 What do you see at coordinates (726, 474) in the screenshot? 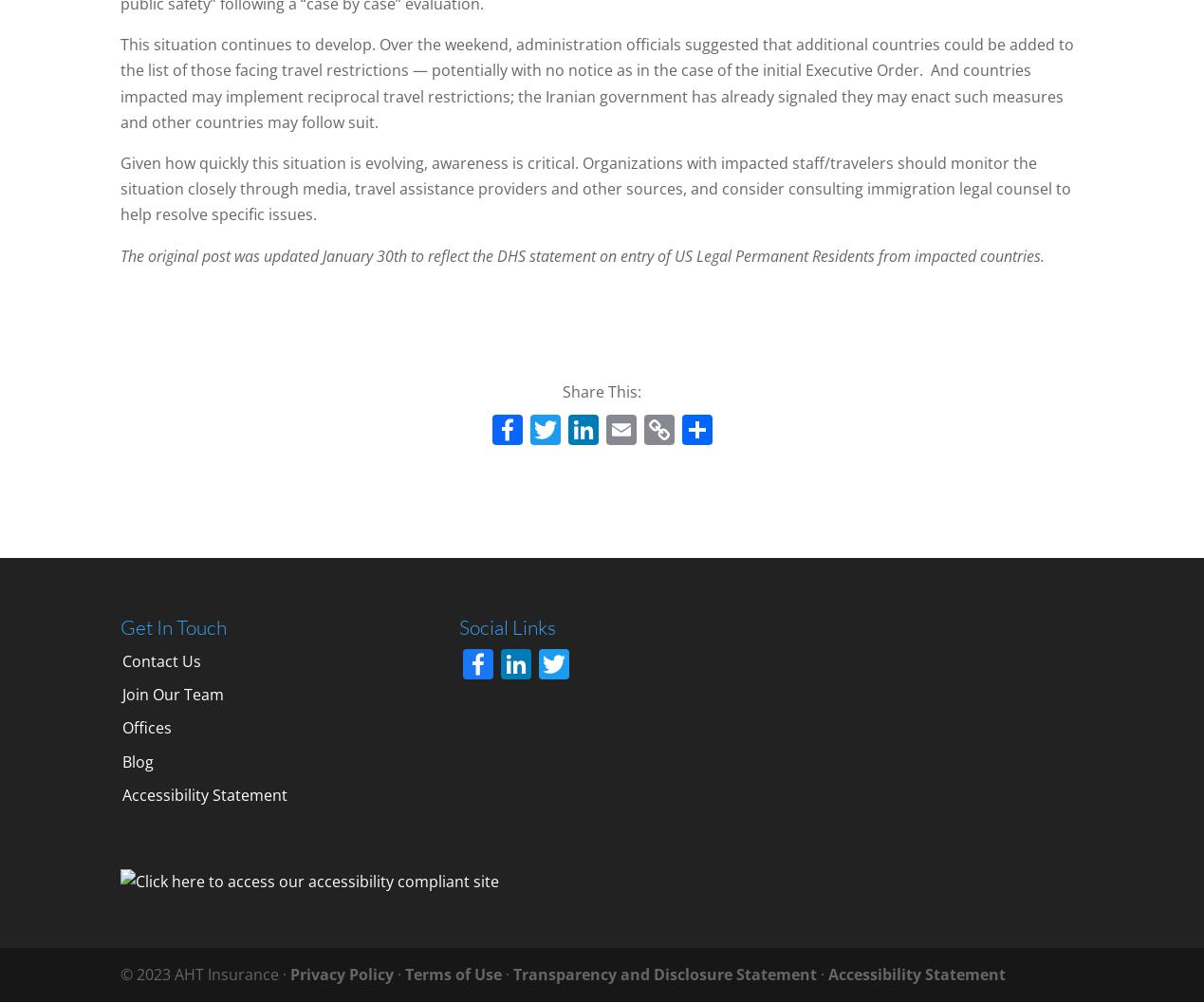
I see `'Share'` at bounding box center [726, 474].